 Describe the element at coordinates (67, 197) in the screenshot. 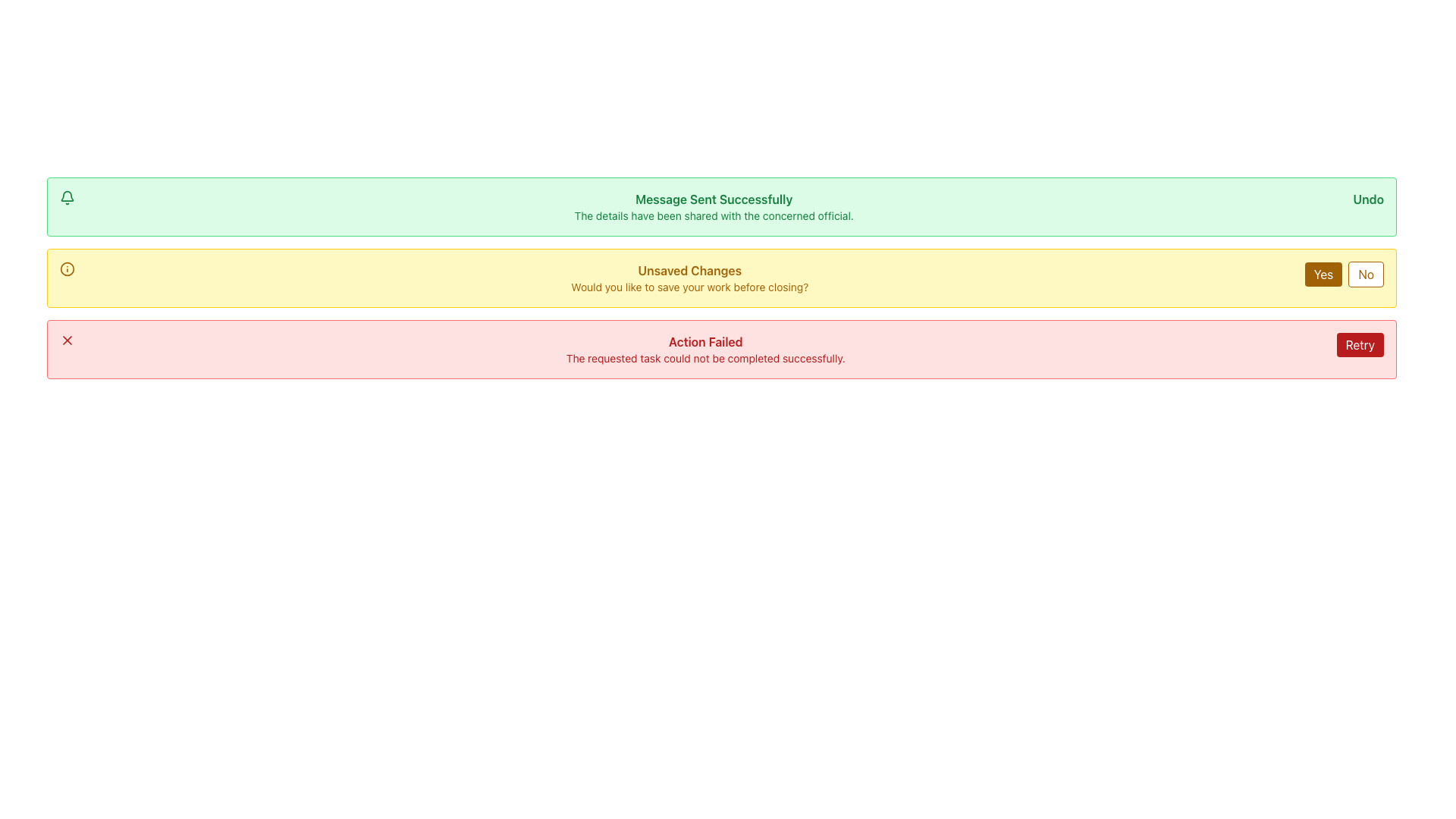

I see `the green bell SVG icon located within the topmost notification box, positioned to the left of the 'Message Sent Successfully' text` at that location.